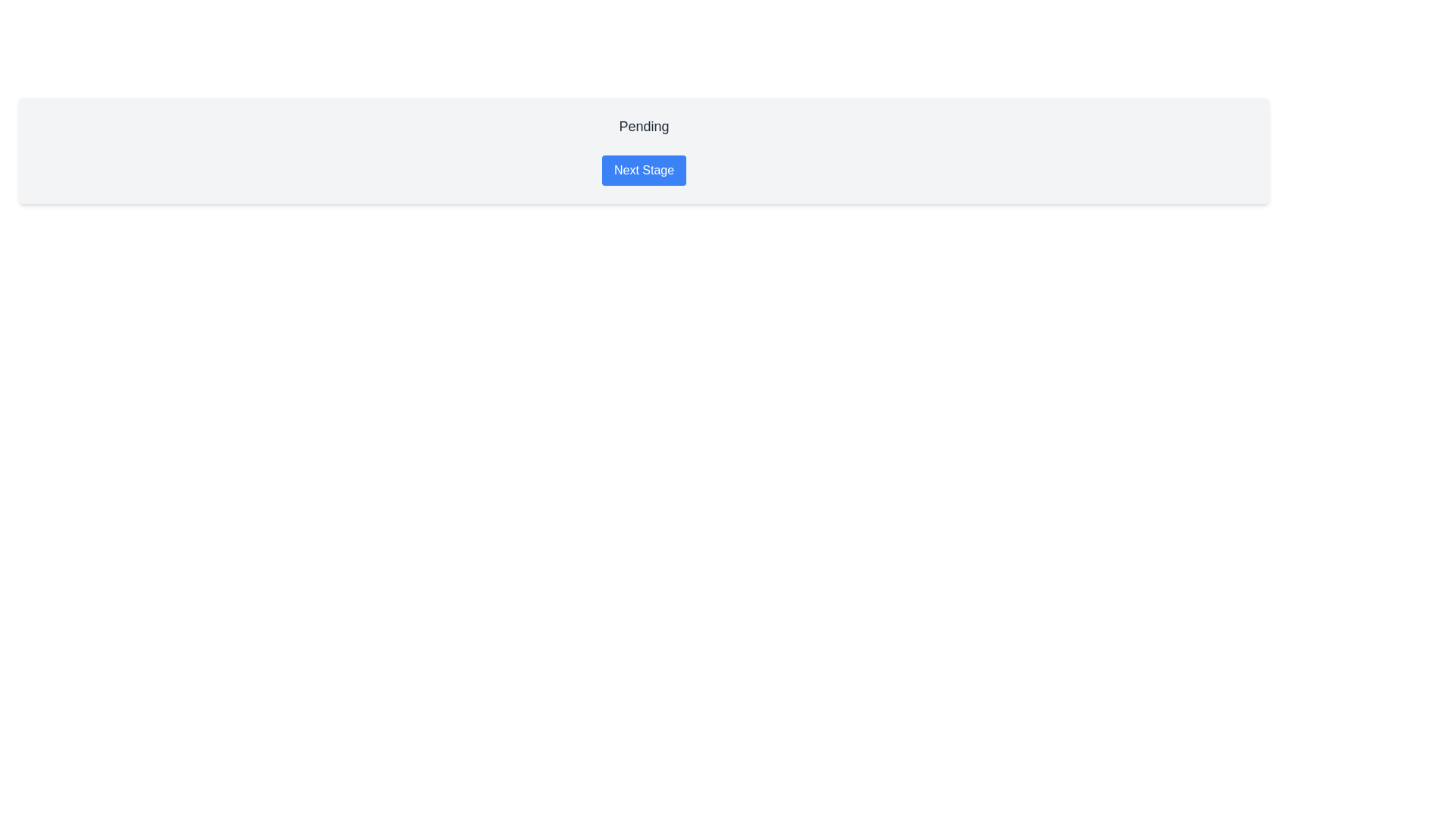  I want to click on the static text label displaying 'Pending', which is styled in medium-sized, bold dark gray font and located above the blue 'Next Stage' button, so click(644, 125).